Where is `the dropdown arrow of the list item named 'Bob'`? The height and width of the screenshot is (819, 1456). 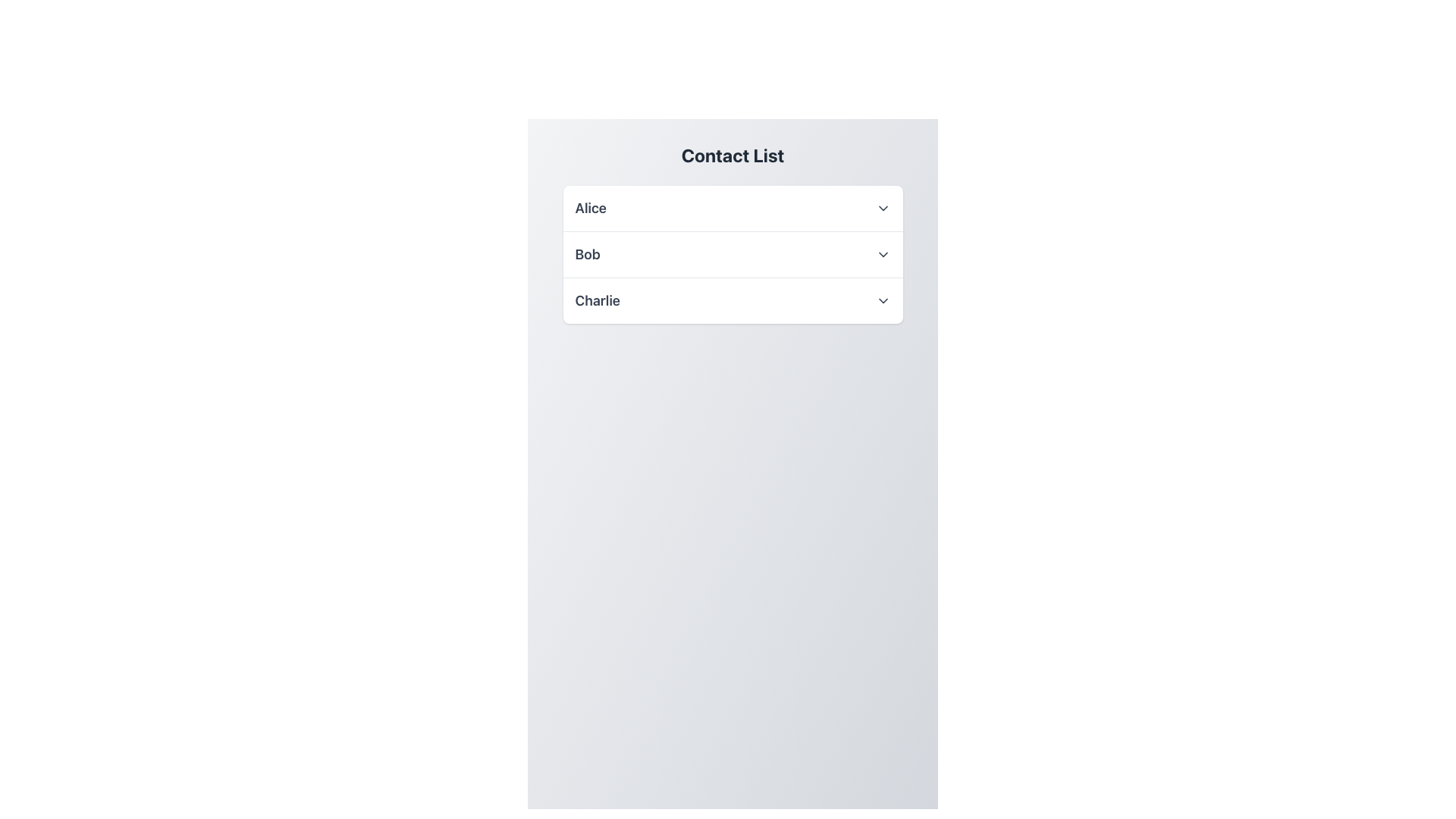
the dropdown arrow of the list item named 'Bob' is located at coordinates (733, 253).